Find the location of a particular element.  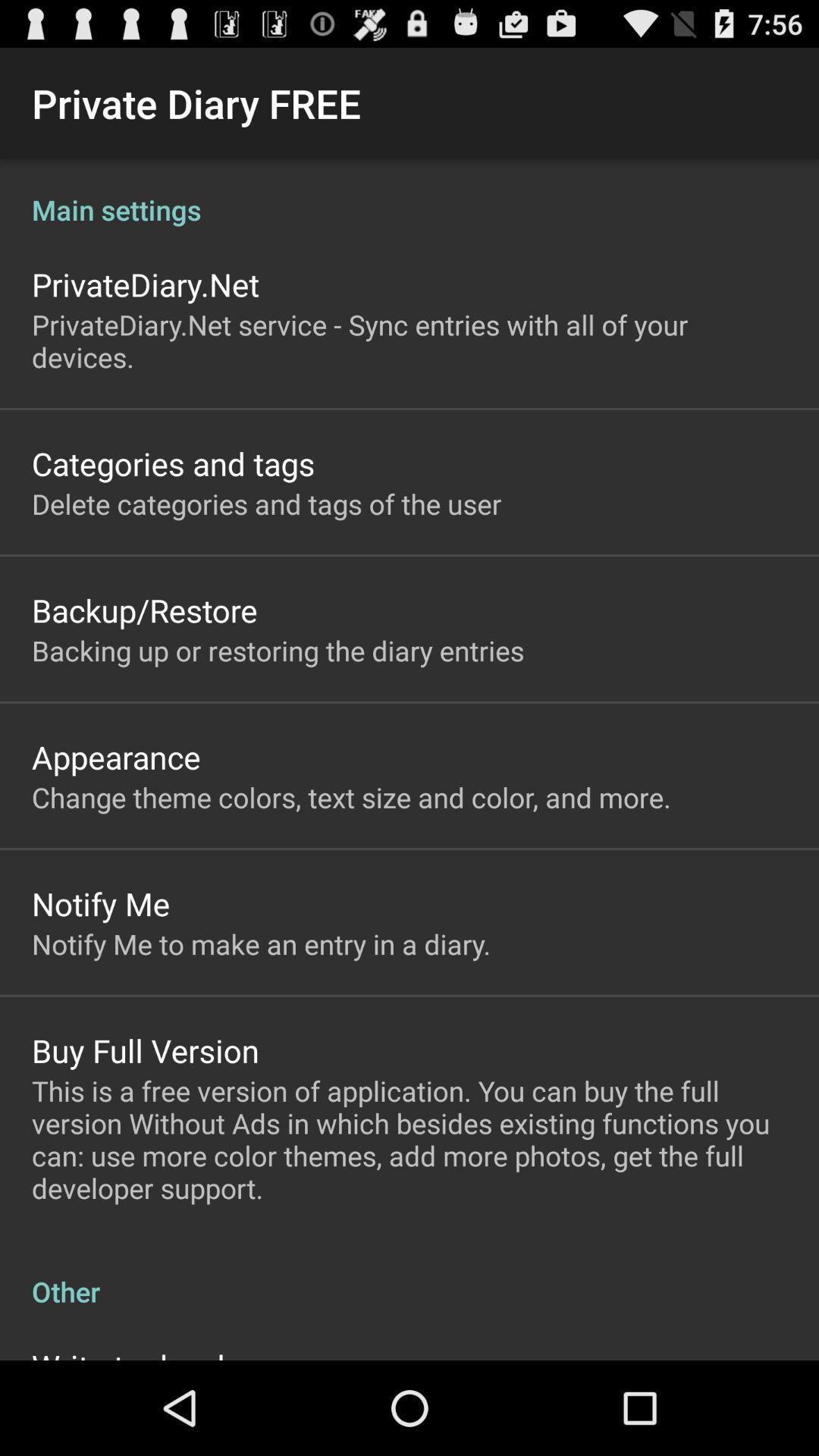

the icon below delete categories and item is located at coordinates (144, 610).